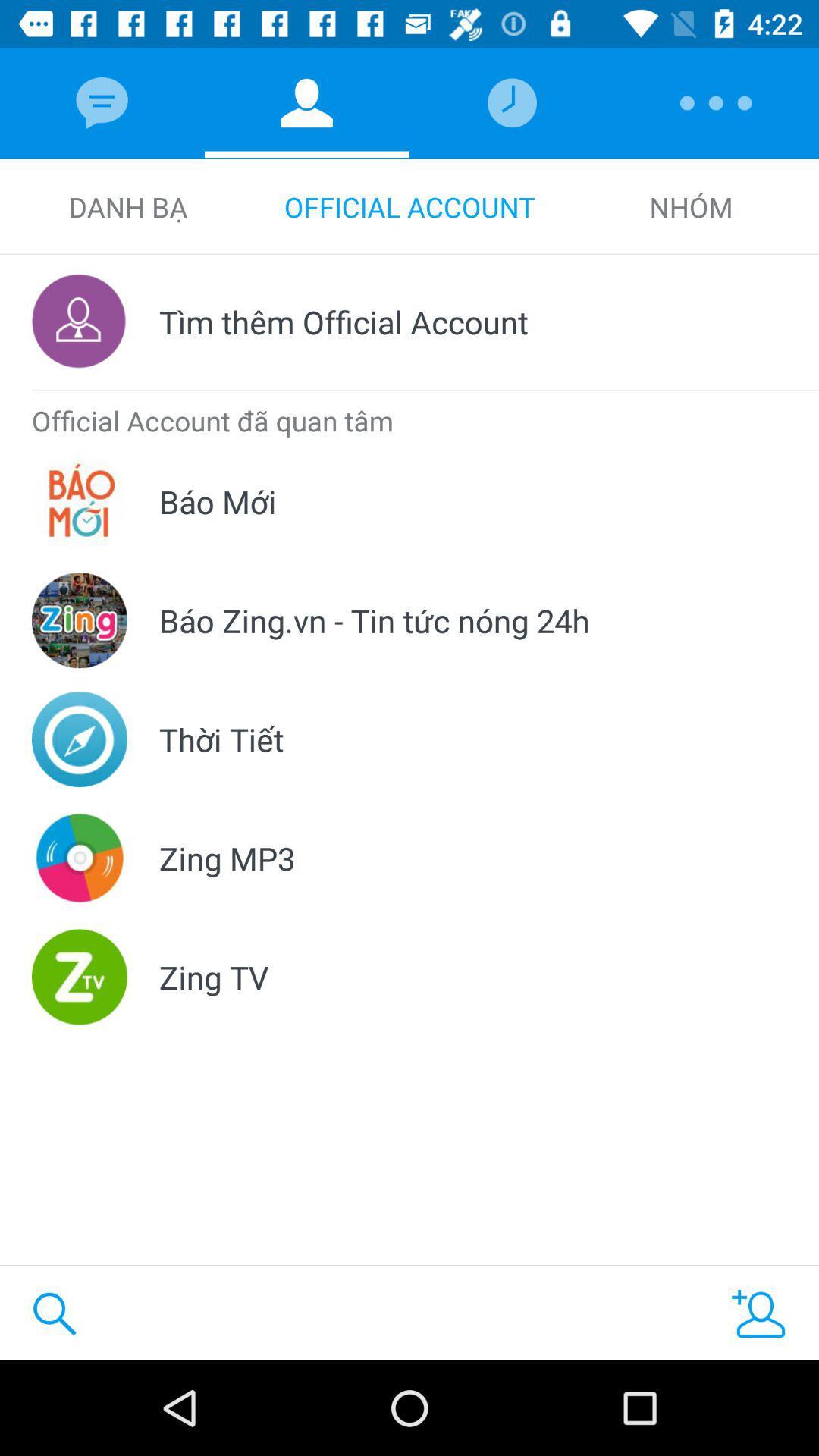 This screenshot has height=1456, width=819. What do you see at coordinates (221, 739) in the screenshot?
I see `item above the zing mp3 icon` at bounding box center [221, 739].